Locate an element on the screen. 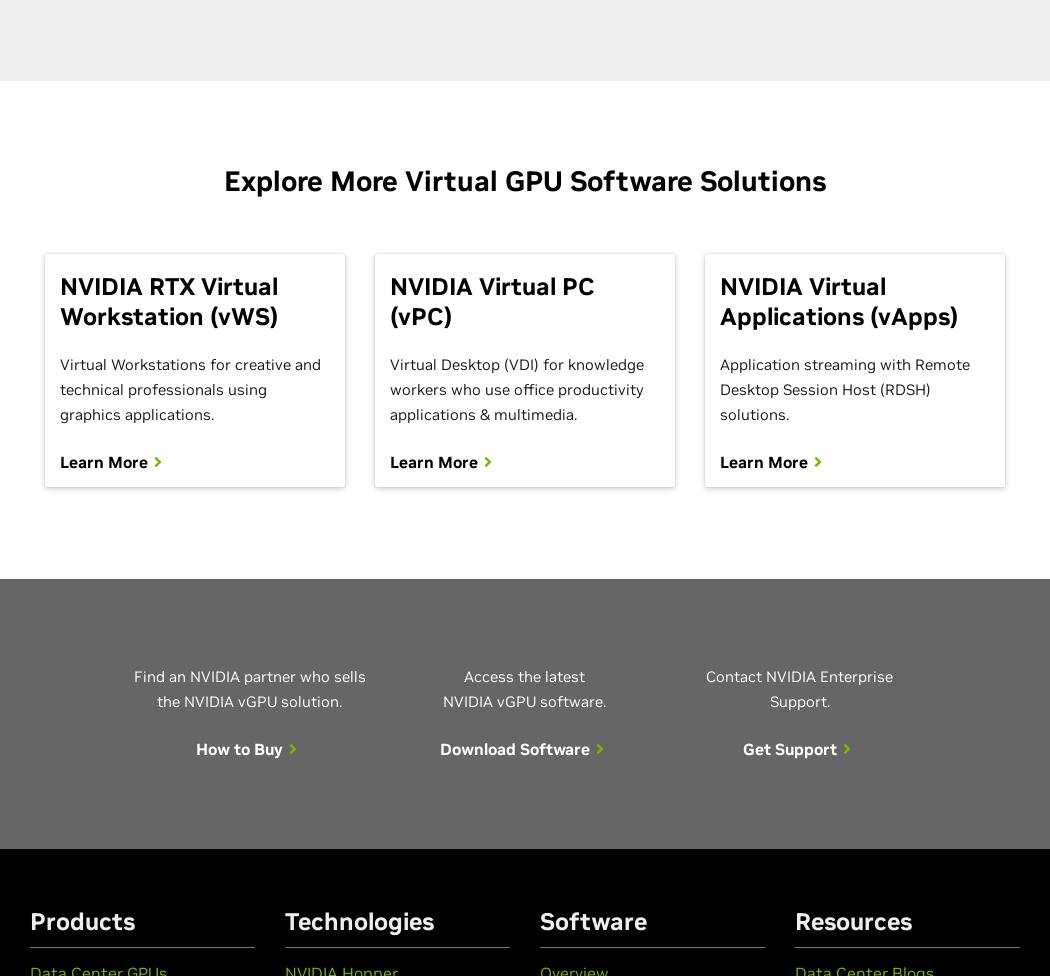 This screenshot has height=976, width=1050. 'NVIDIA Virtual PC (vPC)' is located at coordinates (490, 301).